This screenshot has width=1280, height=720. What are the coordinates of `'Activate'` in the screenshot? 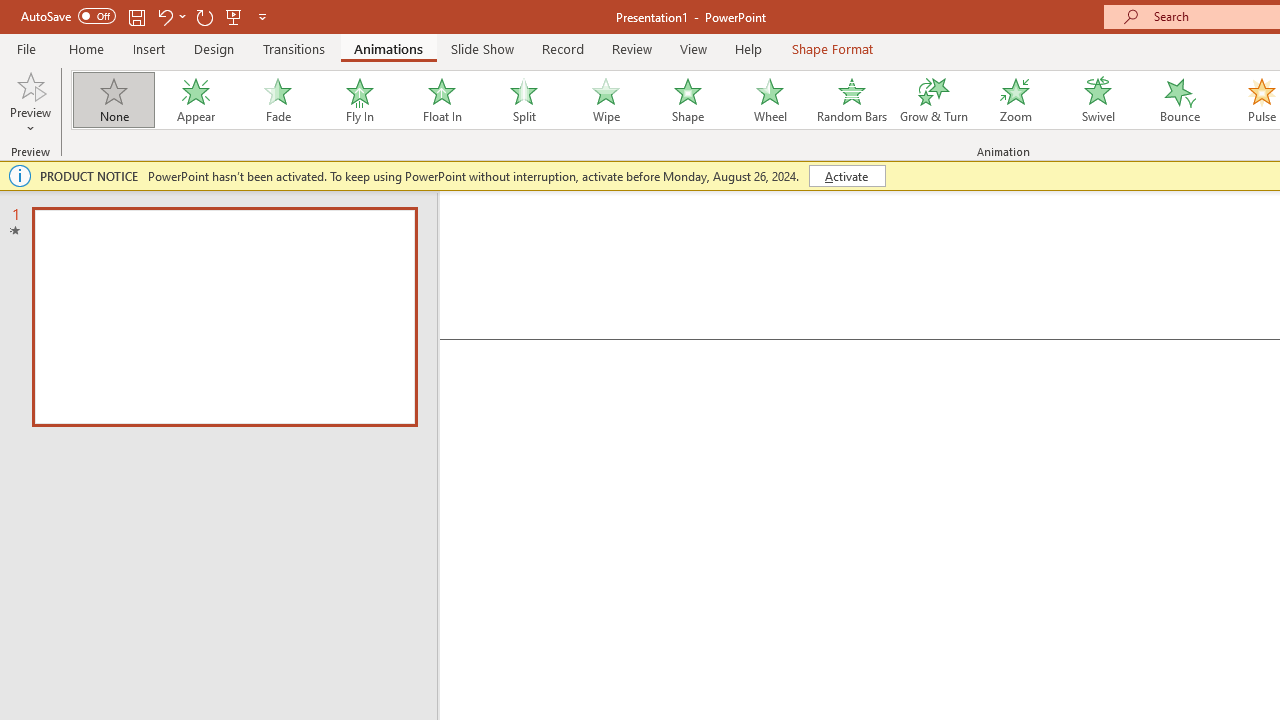 It's located at (847, 175).